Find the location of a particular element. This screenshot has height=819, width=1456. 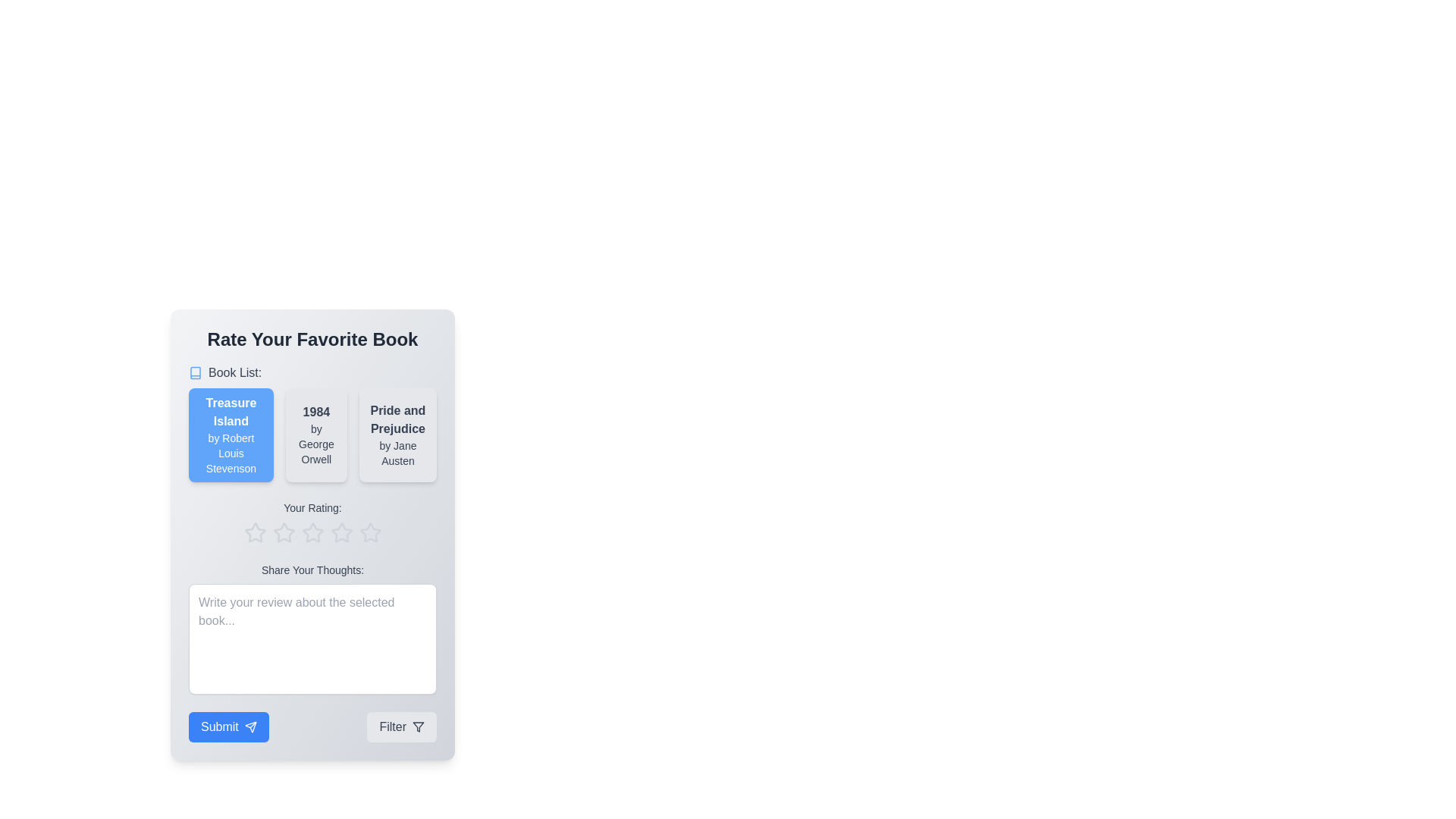

the text label reading 'Book List:' which is positioned above the list of clickable book cards is located at coordinates (312, 423).